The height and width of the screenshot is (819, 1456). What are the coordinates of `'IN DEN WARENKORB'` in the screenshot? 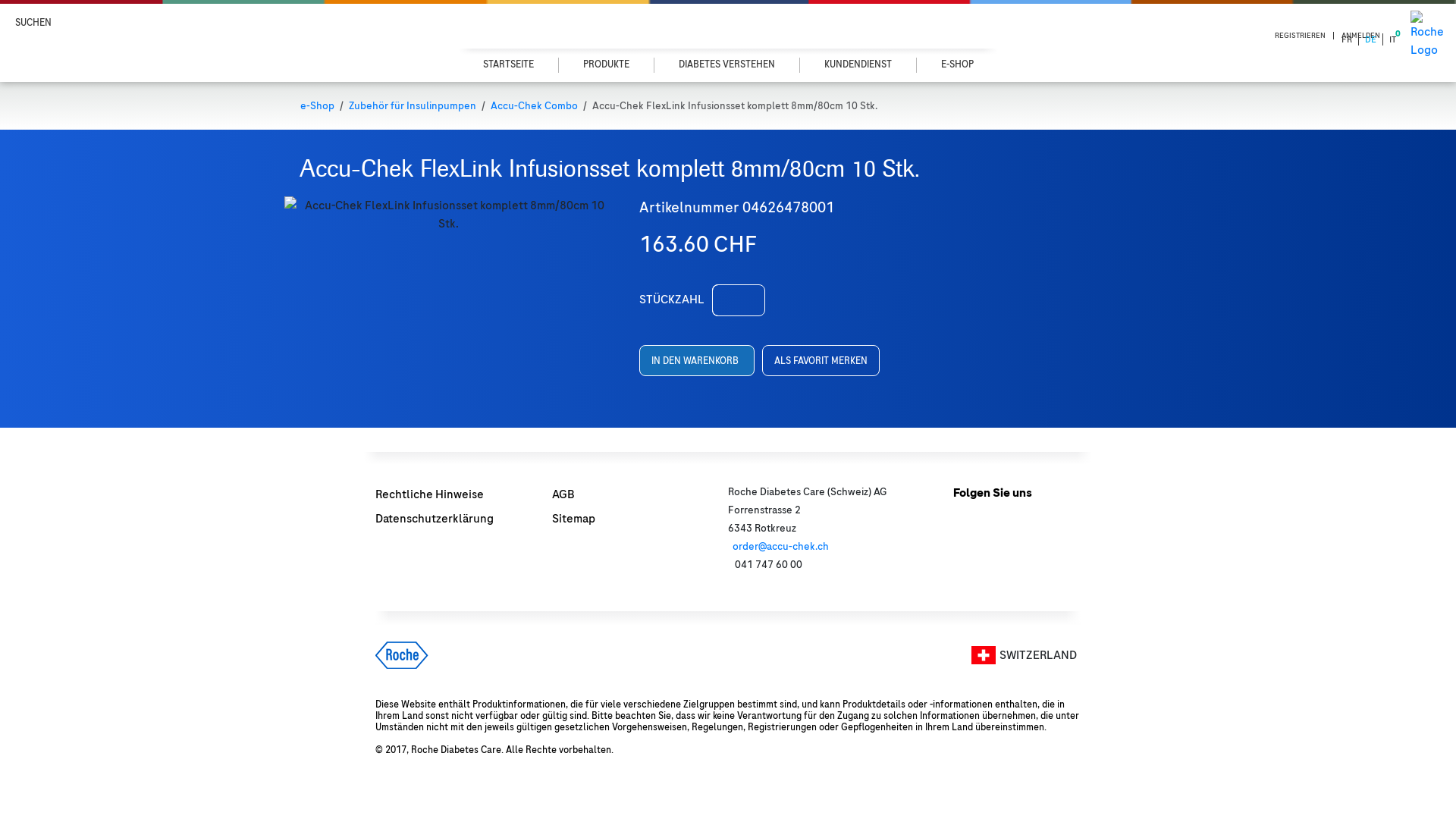 It's located at (695, 360).